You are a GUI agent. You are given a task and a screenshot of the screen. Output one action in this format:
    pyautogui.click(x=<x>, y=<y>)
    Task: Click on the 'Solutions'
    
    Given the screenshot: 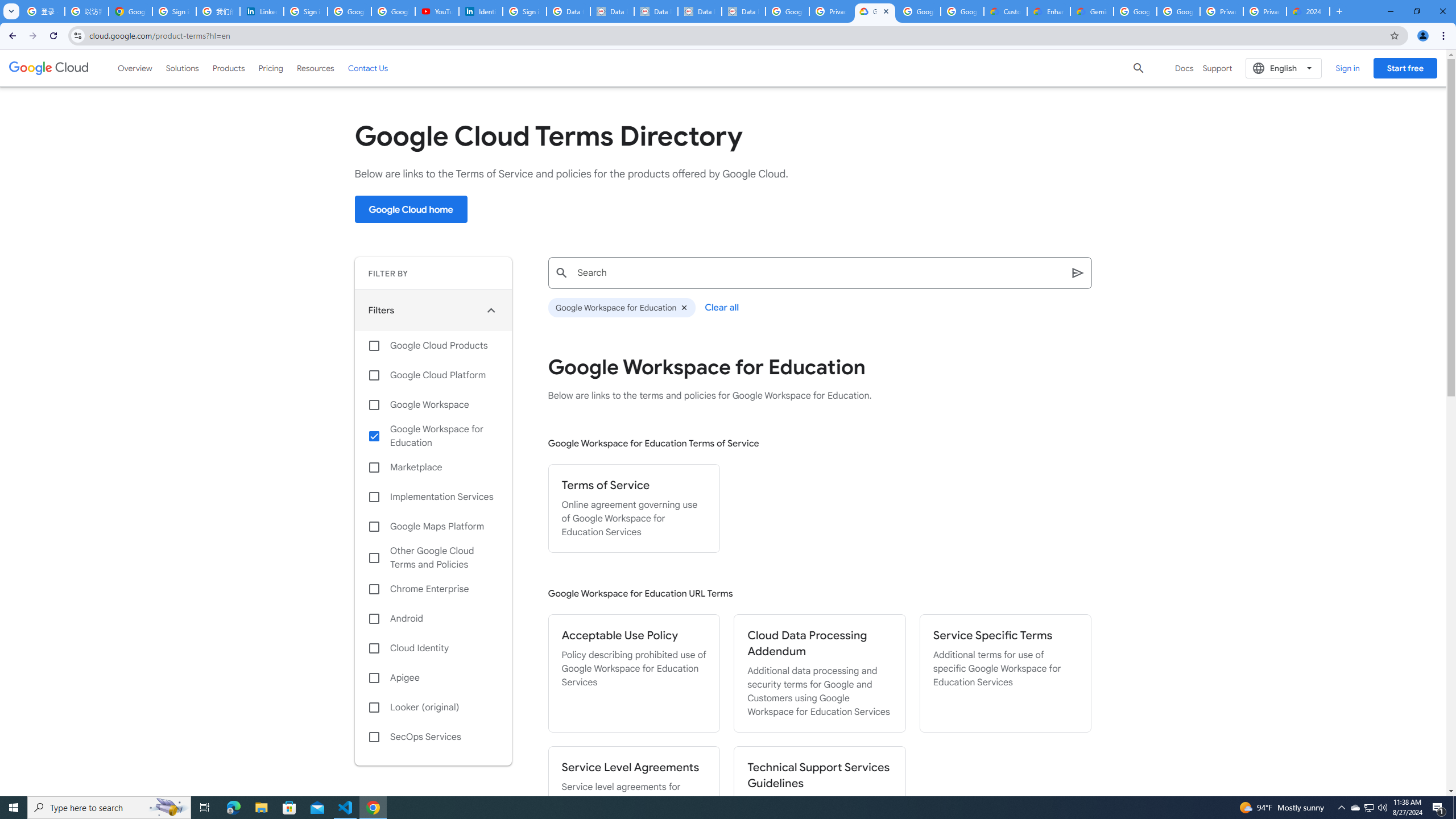 What is the action you would take?
    pyautogui.click(x=181, y=67)
    